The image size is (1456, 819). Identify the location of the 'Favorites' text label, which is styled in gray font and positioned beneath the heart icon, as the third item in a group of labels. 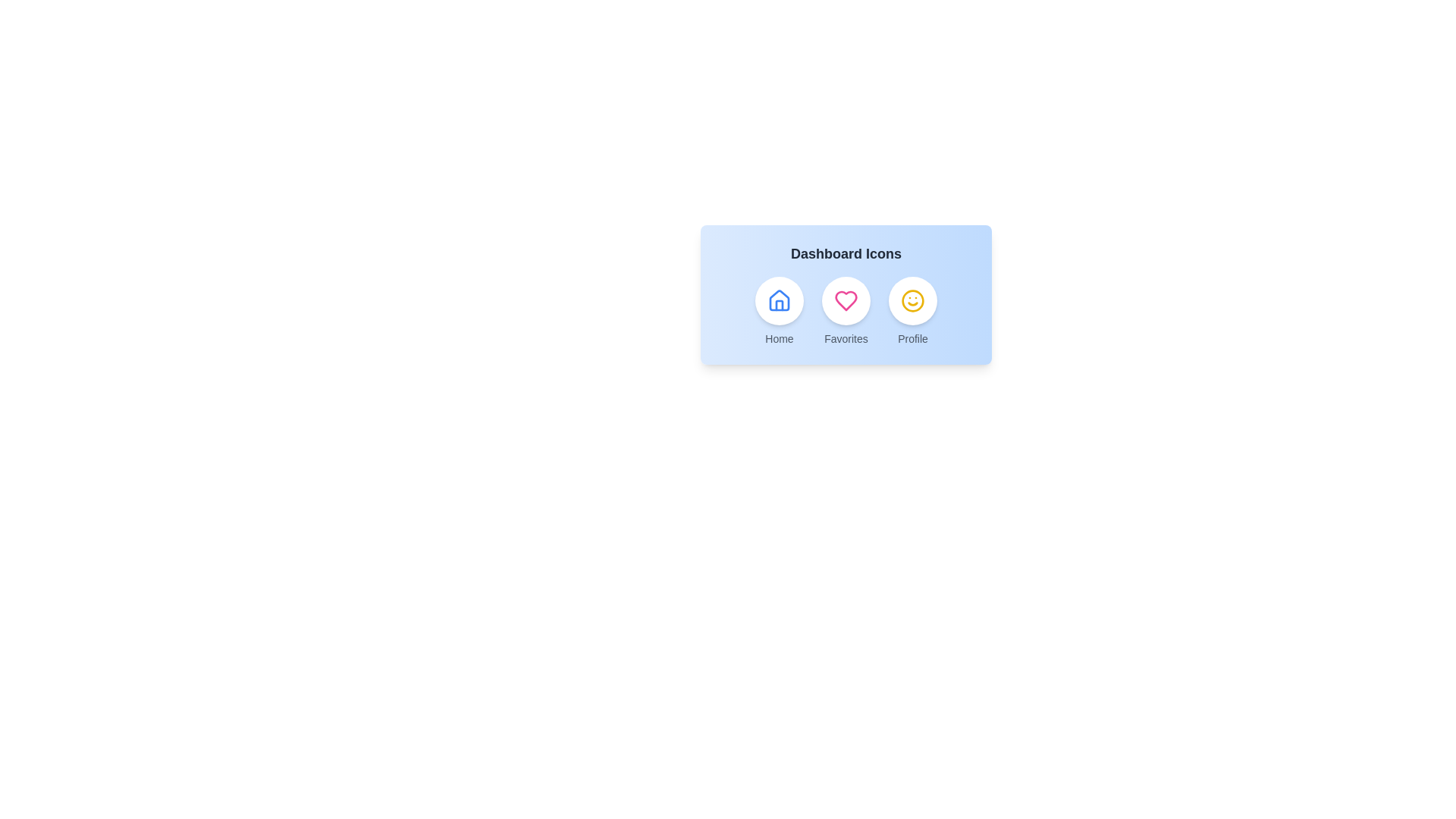
(845, 338).